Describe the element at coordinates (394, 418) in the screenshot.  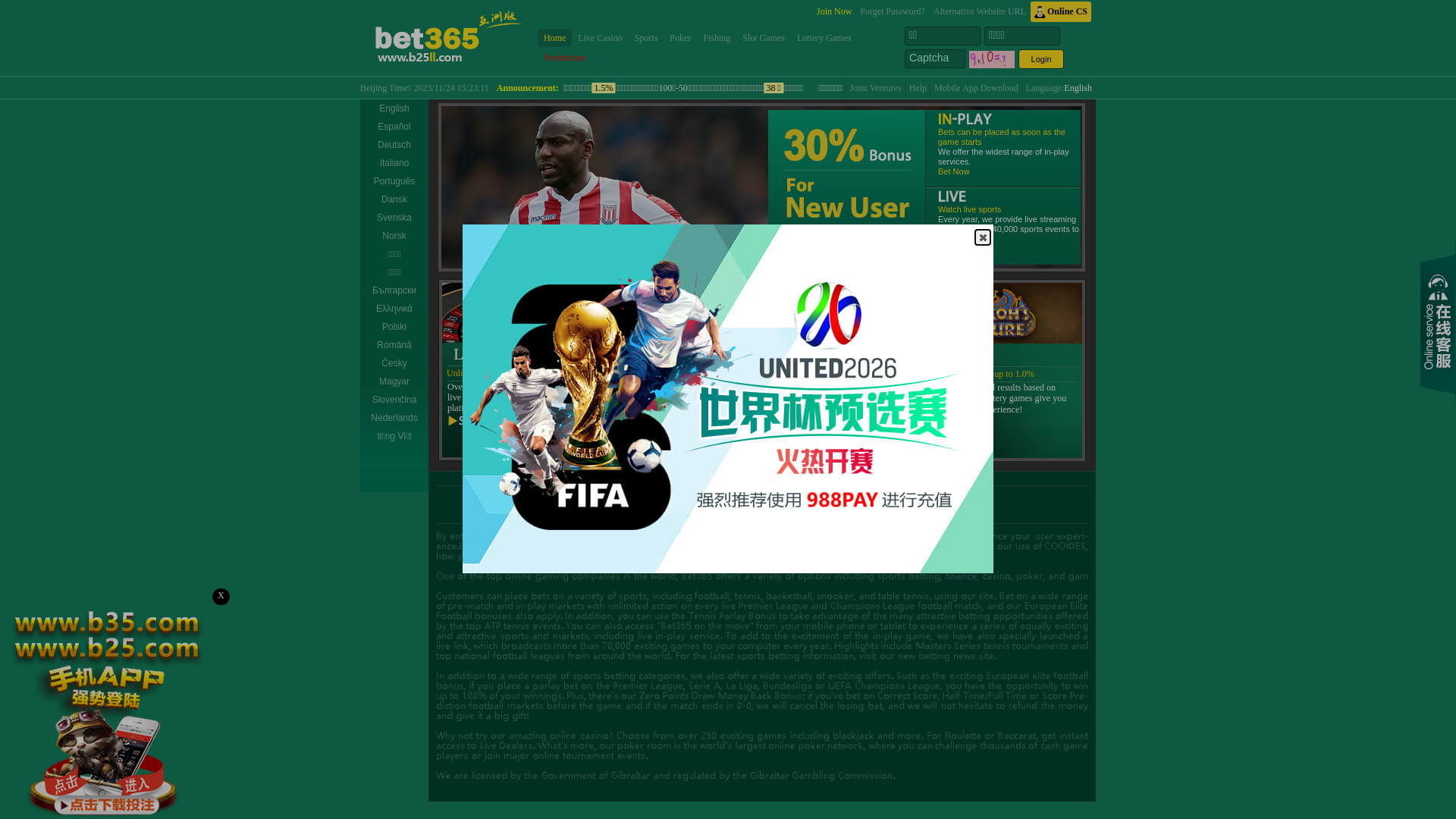
I see `'Nederlands'` at that location.